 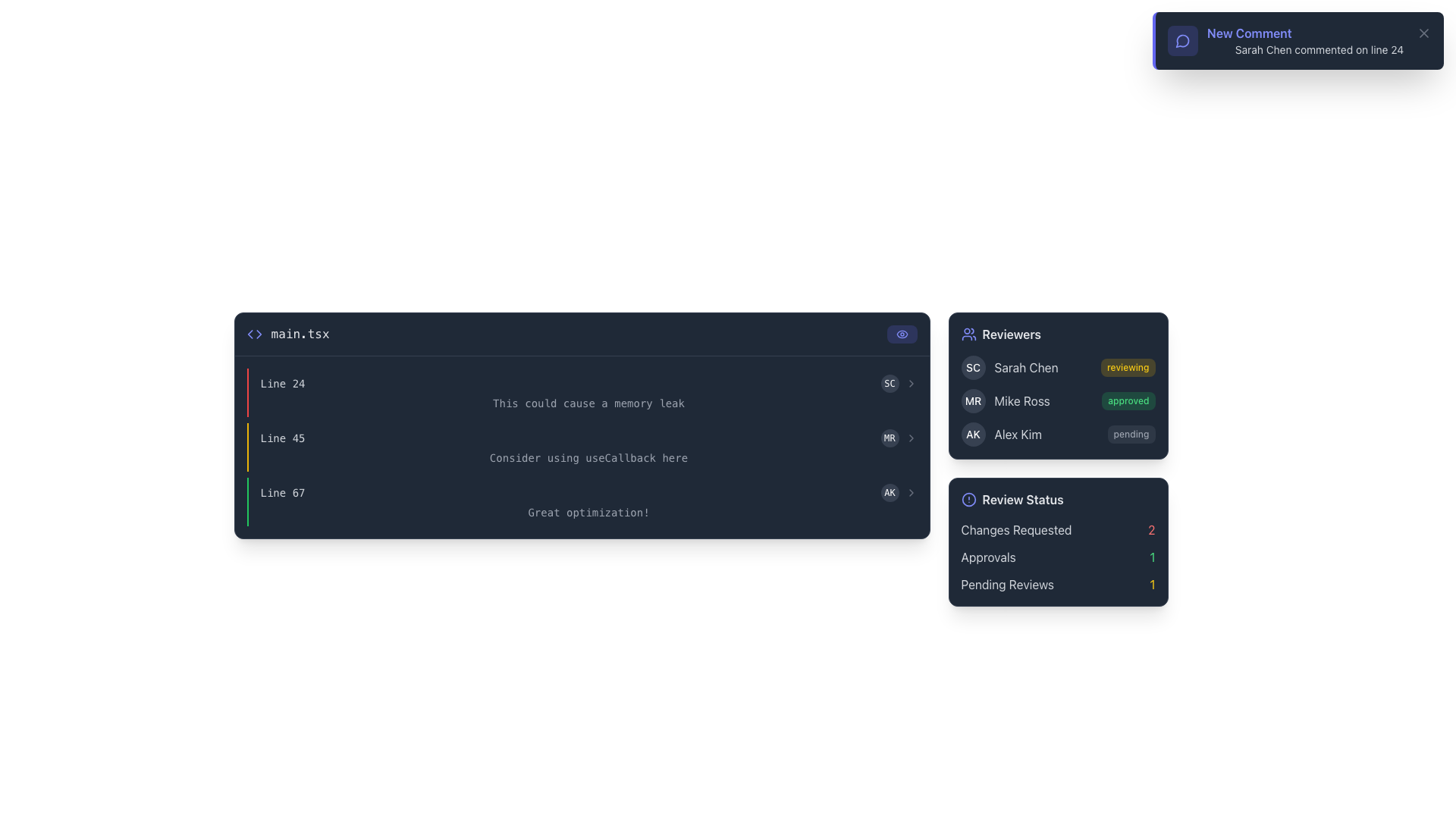 I want to click on the circular label with text and chevron icon associated with 'SC' located at the far-right side of the row for 'Line 24' to interact with it, so click(x=899, y=382).